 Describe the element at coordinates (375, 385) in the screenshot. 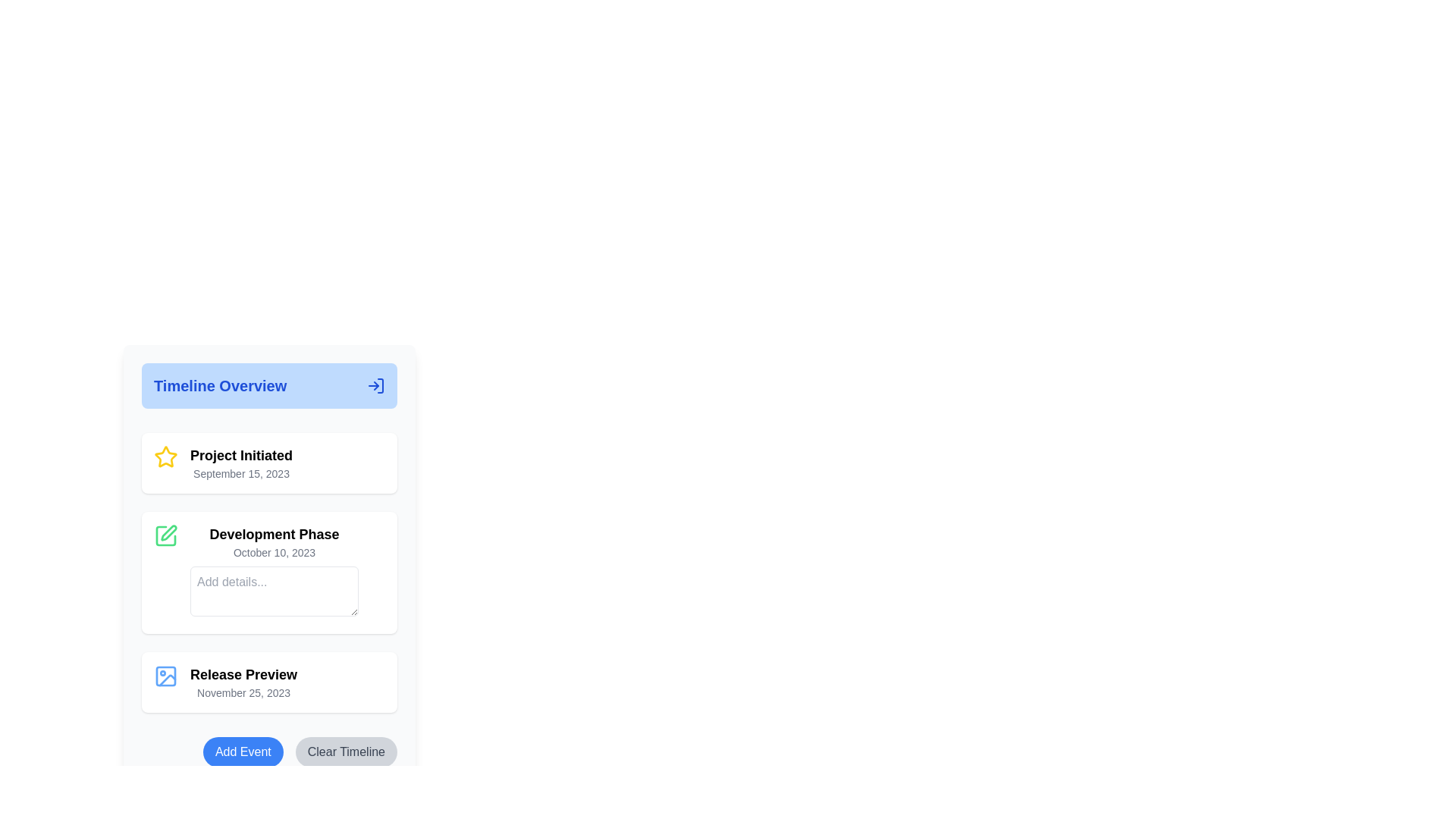

I see `the graphical icon located at the top-right corner of the blue header section labeled 'Timeline Overview' to initiate the navigation or log in action` at that location.